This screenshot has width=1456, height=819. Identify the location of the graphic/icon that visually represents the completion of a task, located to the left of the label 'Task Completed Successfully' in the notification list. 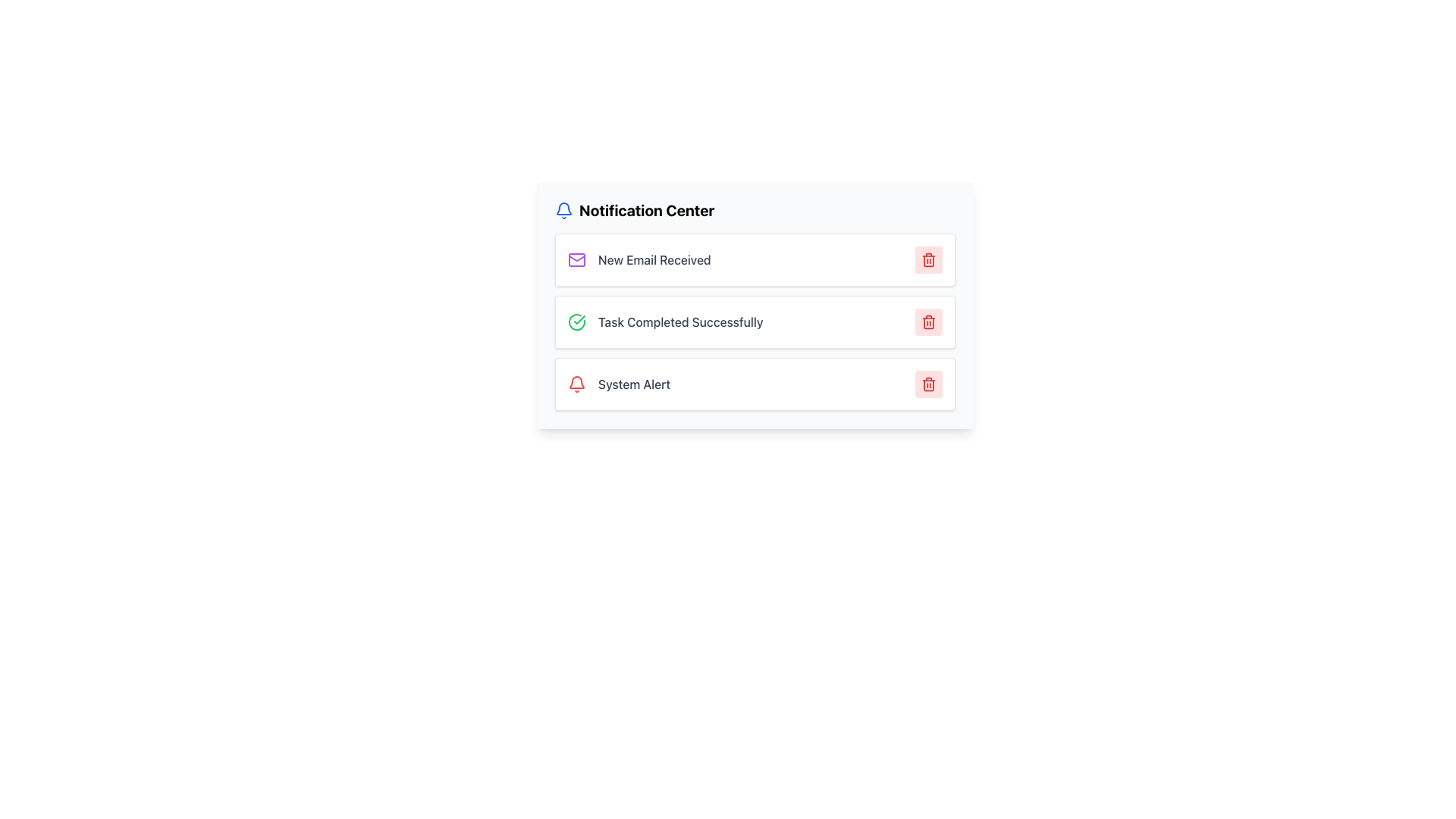
(576, 321).